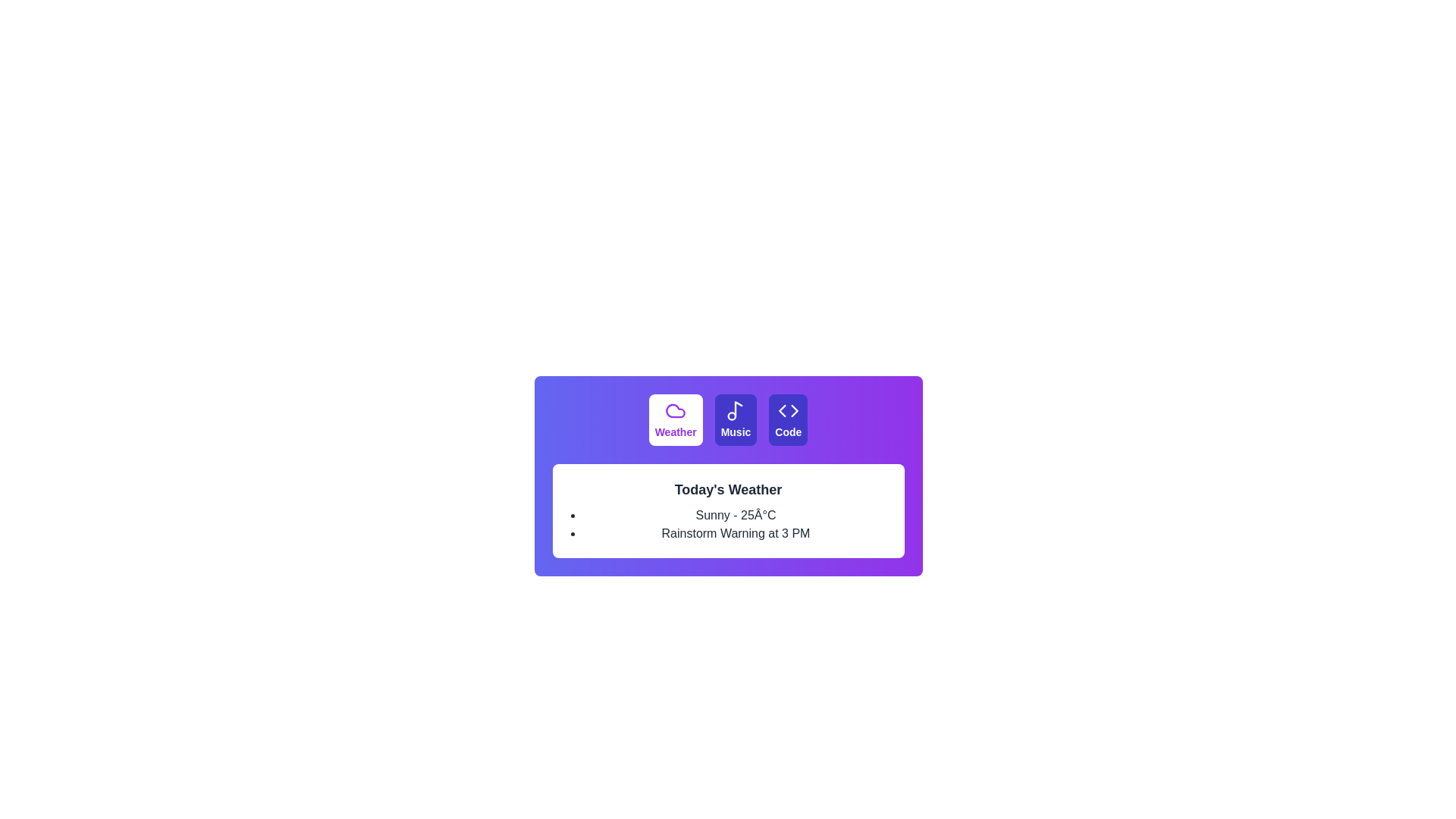 This screenshot has width=1456, height=819. I want to click on the stylized musical note icon with a purple background, located between the 'Weather' and 'Code' buttons, so click(739, 408).